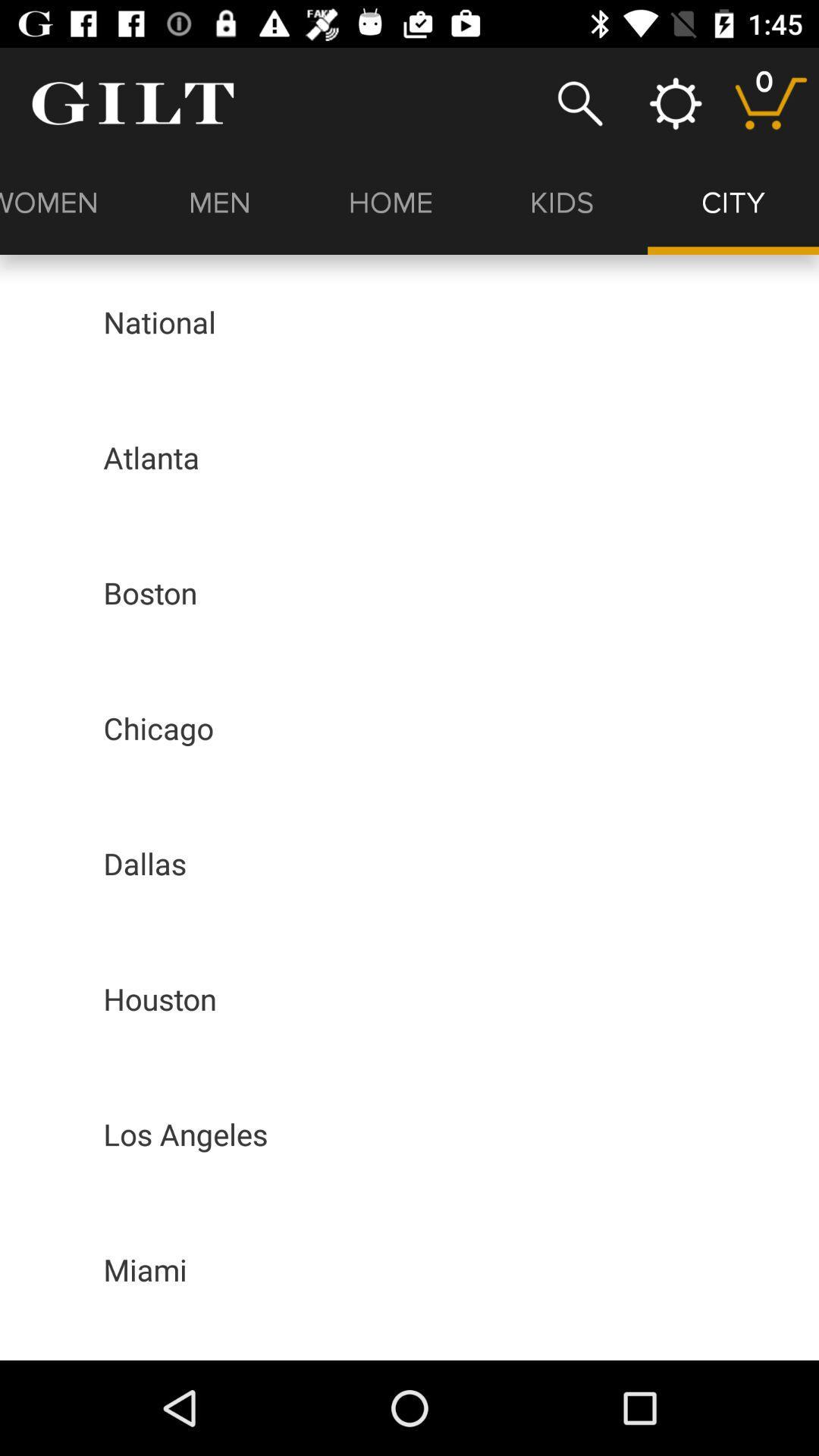 Image resolution: width=819 pixels, height=1456 pixels. I want to click on app below houston app, so click(184, 1134).